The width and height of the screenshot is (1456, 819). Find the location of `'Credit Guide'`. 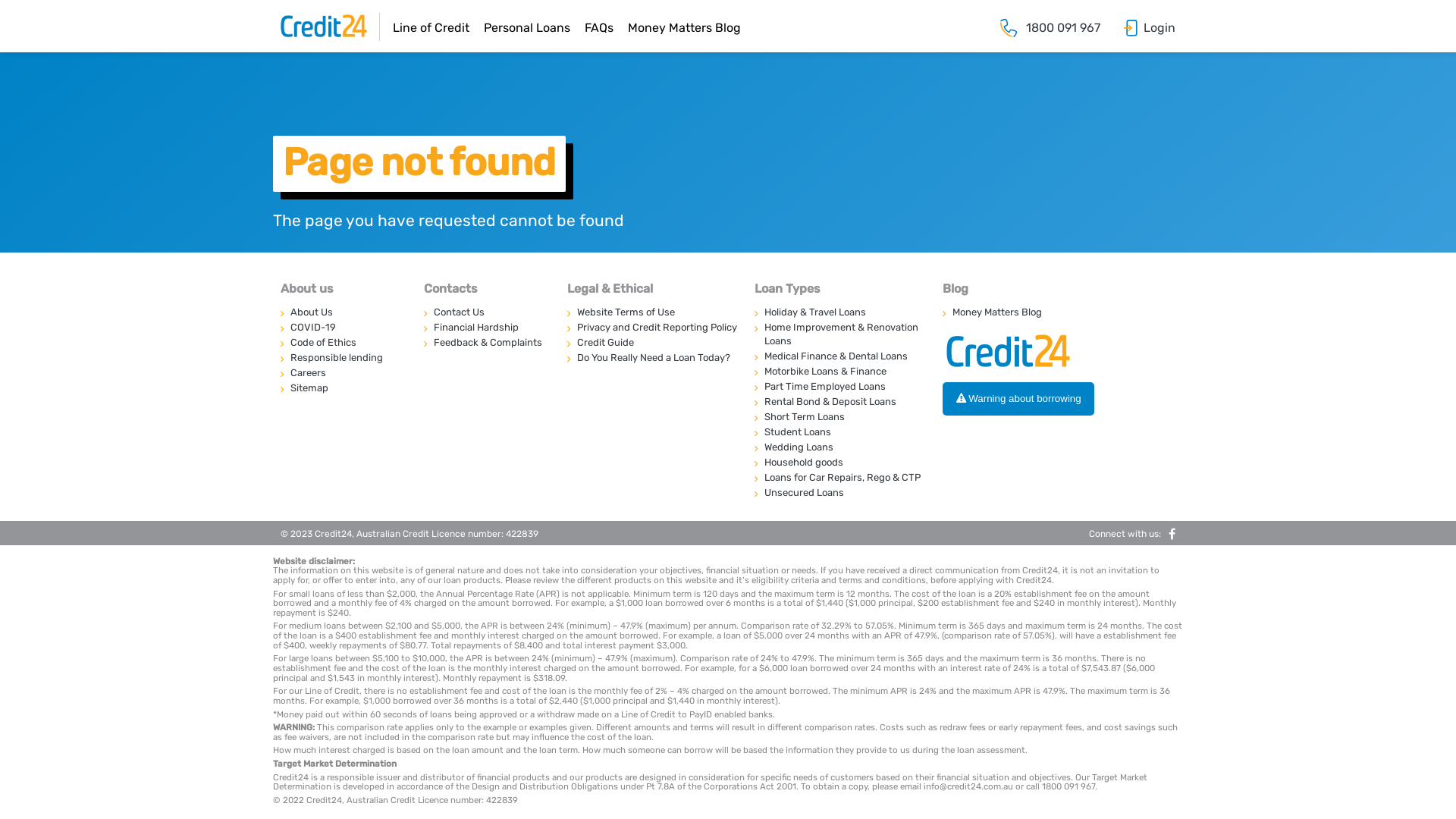

'Credit Guide' is located at coordinates (566, 342).